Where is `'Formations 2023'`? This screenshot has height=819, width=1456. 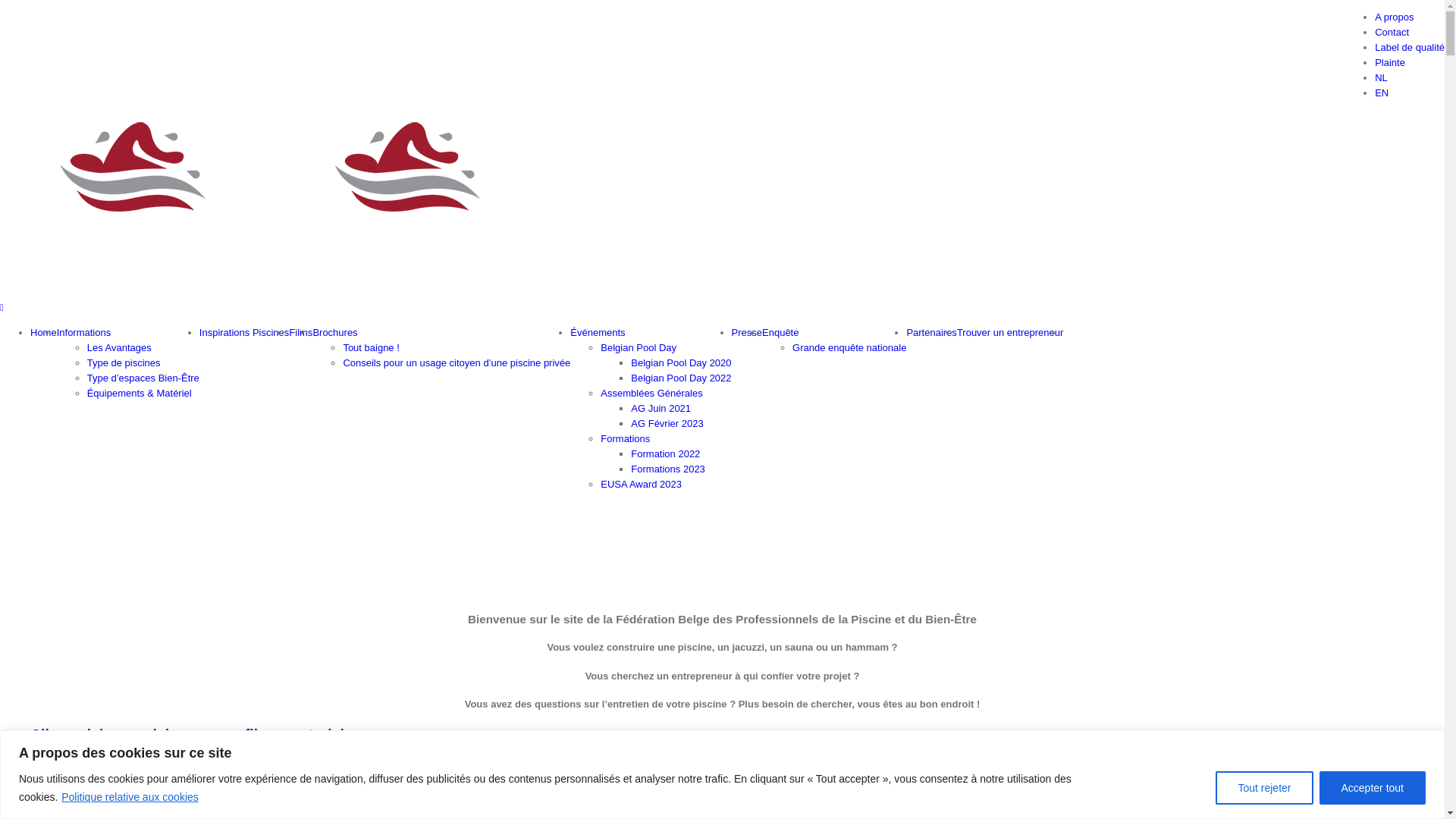 'Formations 2023' is located at coordinates (667, 468).